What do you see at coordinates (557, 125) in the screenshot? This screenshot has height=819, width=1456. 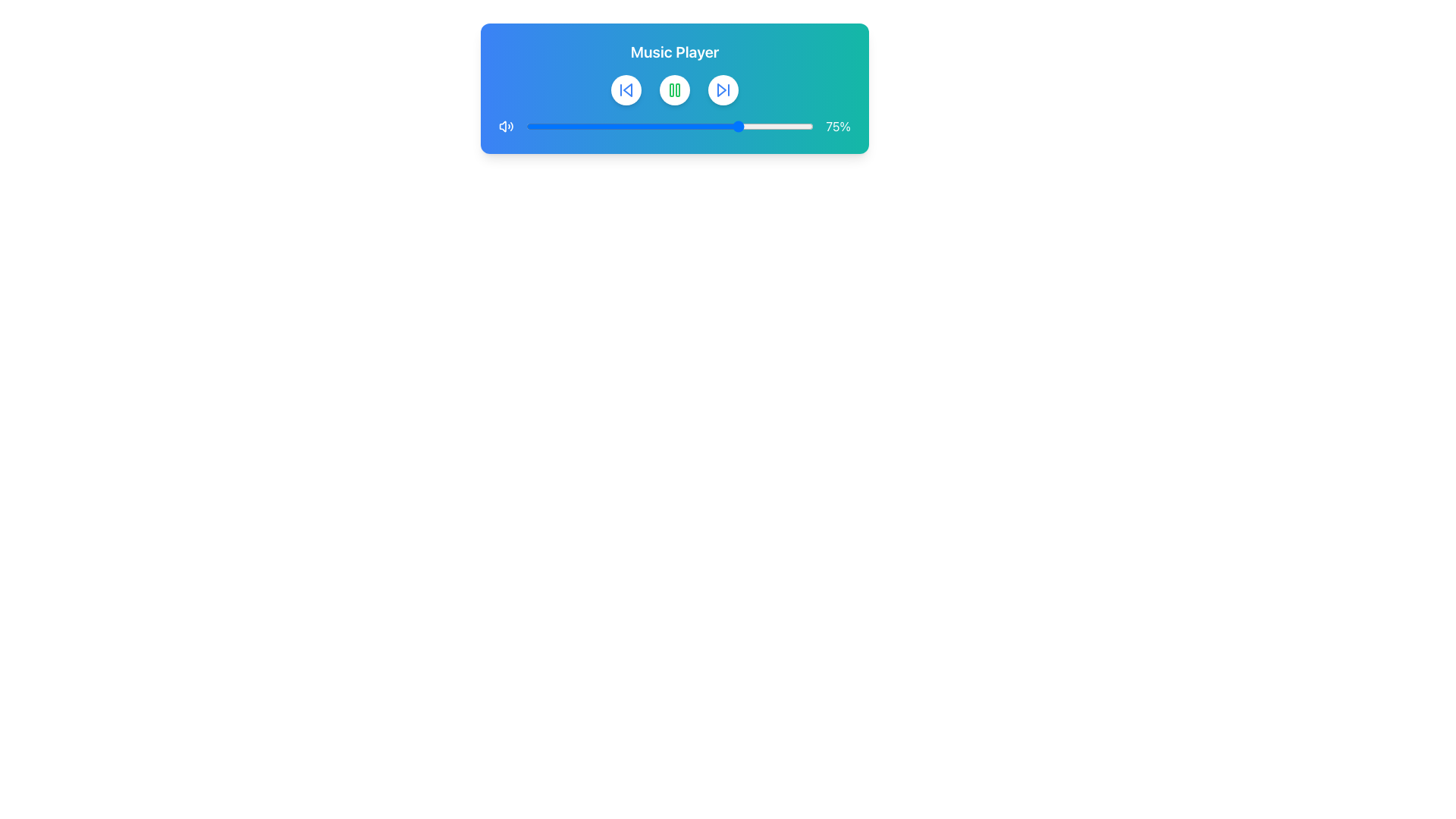 I see `the slider` at bounding box center [557, 125].